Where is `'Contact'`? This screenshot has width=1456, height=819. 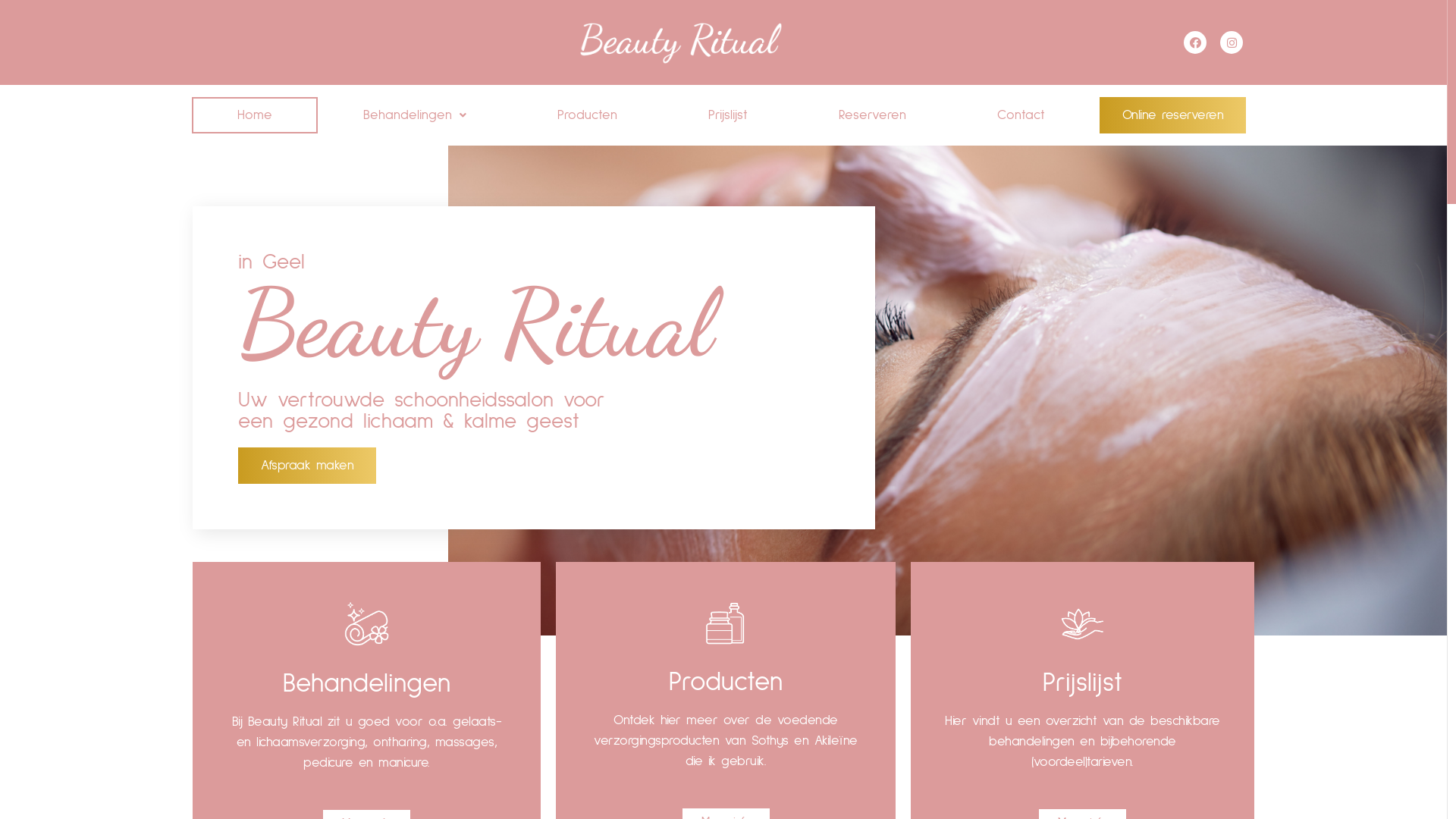
'Contact' is located at coordinates (1021, 114).